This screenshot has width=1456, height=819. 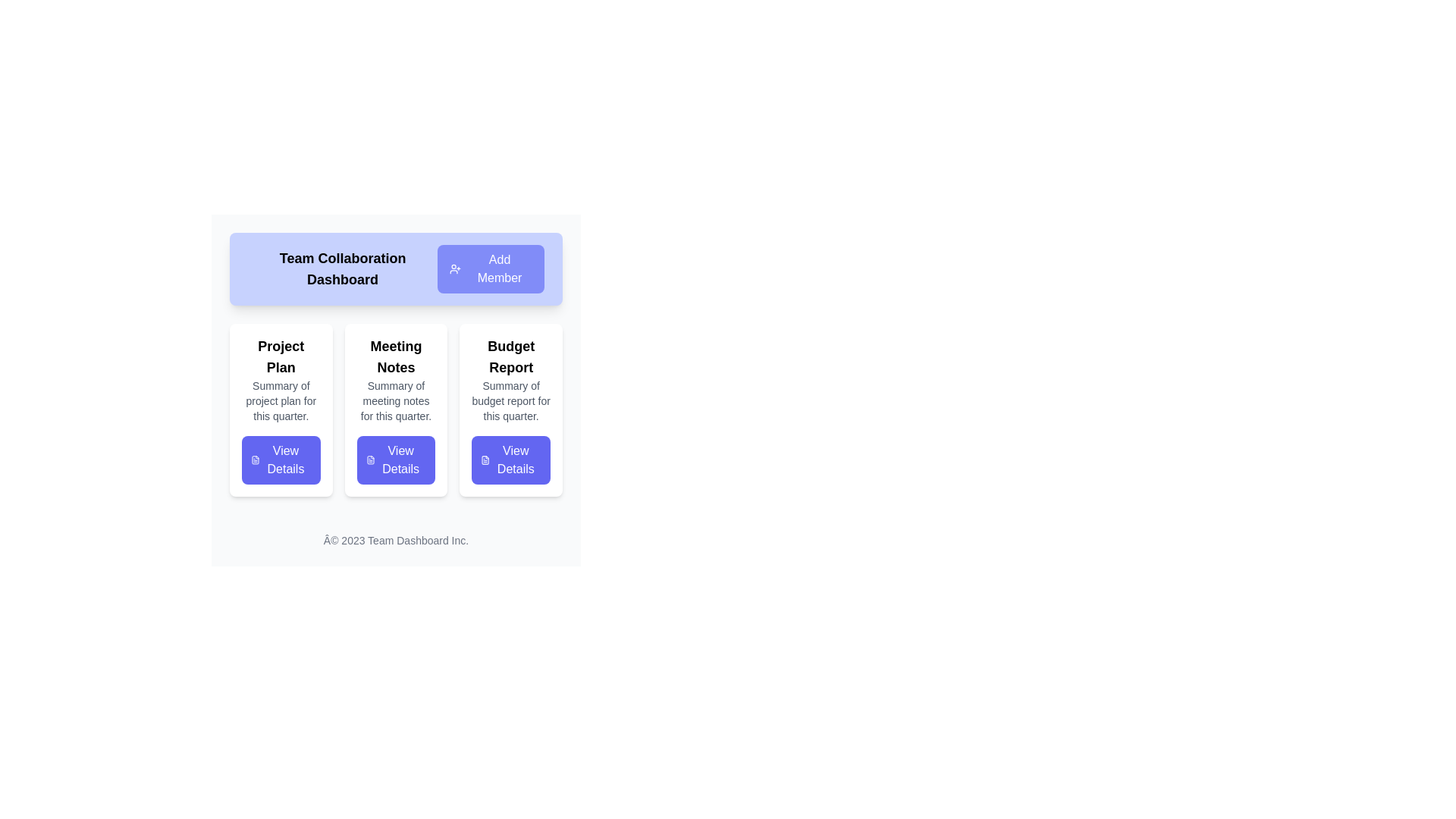 What do you see at coordinates (256, 459) in the screenshot?
I see `the small document icon located at the top-left corner of the 'View Details' button on the 'Project Plan' card` at bounding box center [256, 459].